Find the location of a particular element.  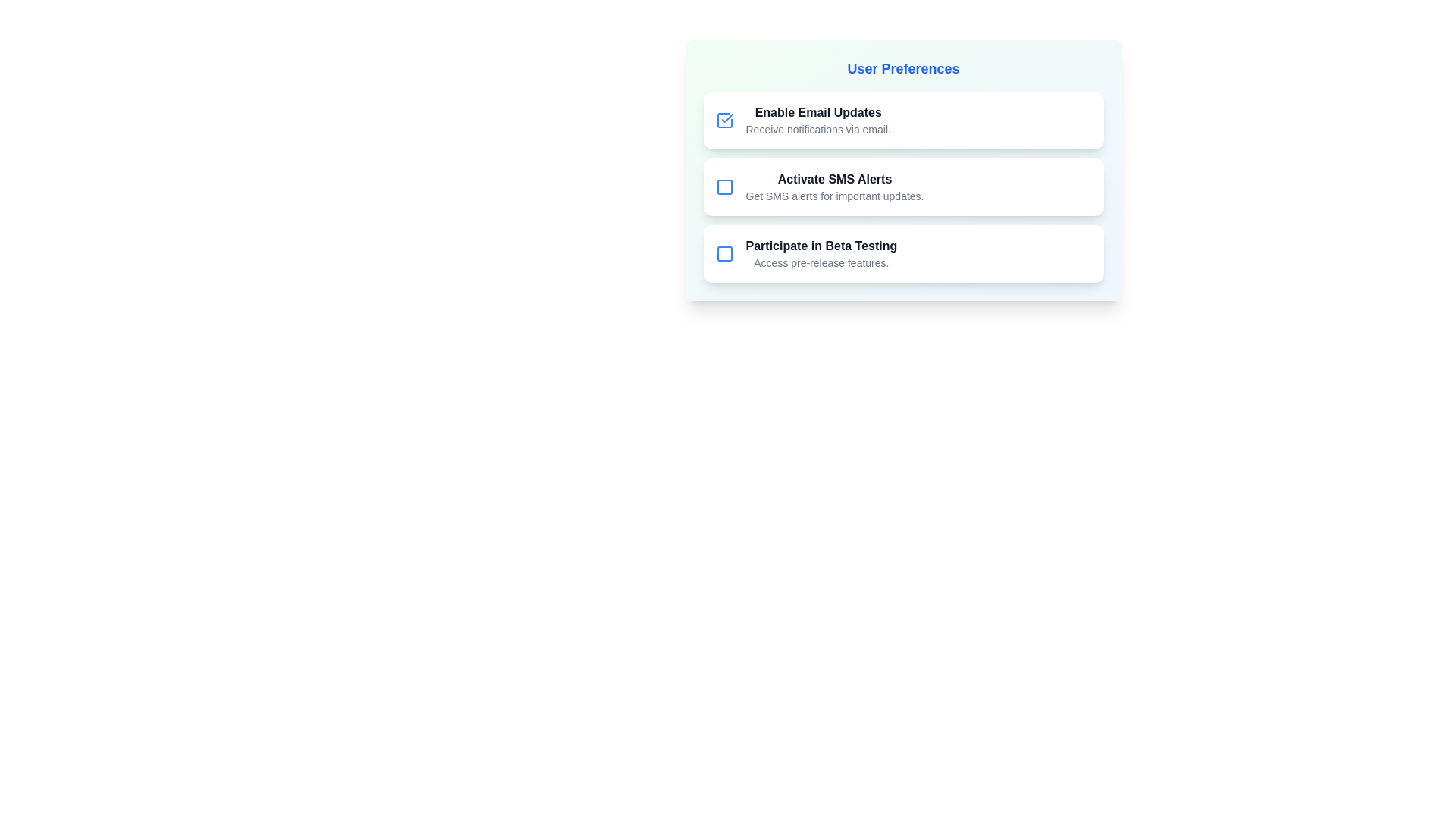

the decorative icon on the left side of the title and description text in the 'Activate SMS Alerts' card is located at coordinates (723, 186).